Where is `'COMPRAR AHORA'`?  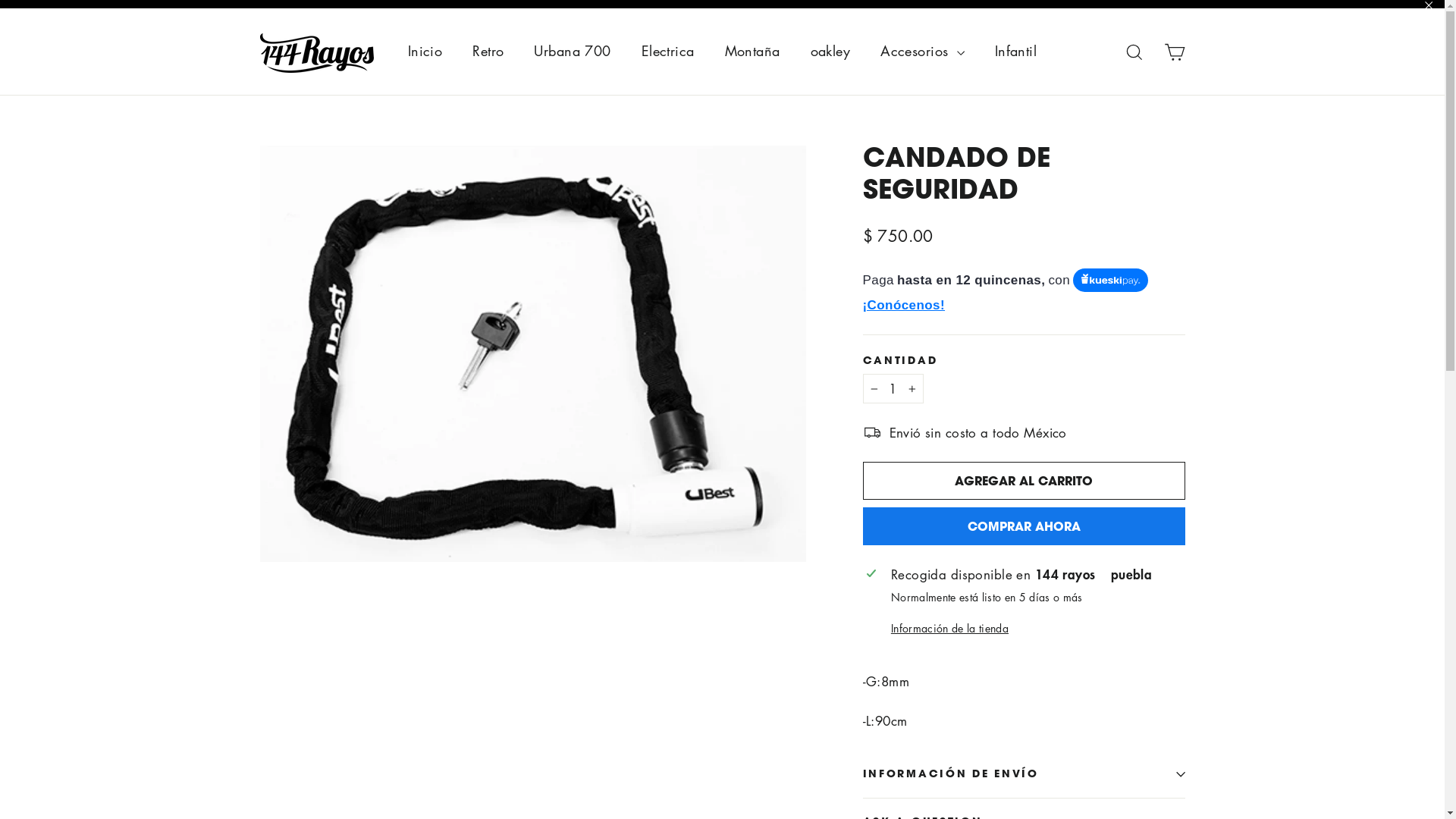
'COMPRAR AHORA' is located at coordinates (1024, 526).